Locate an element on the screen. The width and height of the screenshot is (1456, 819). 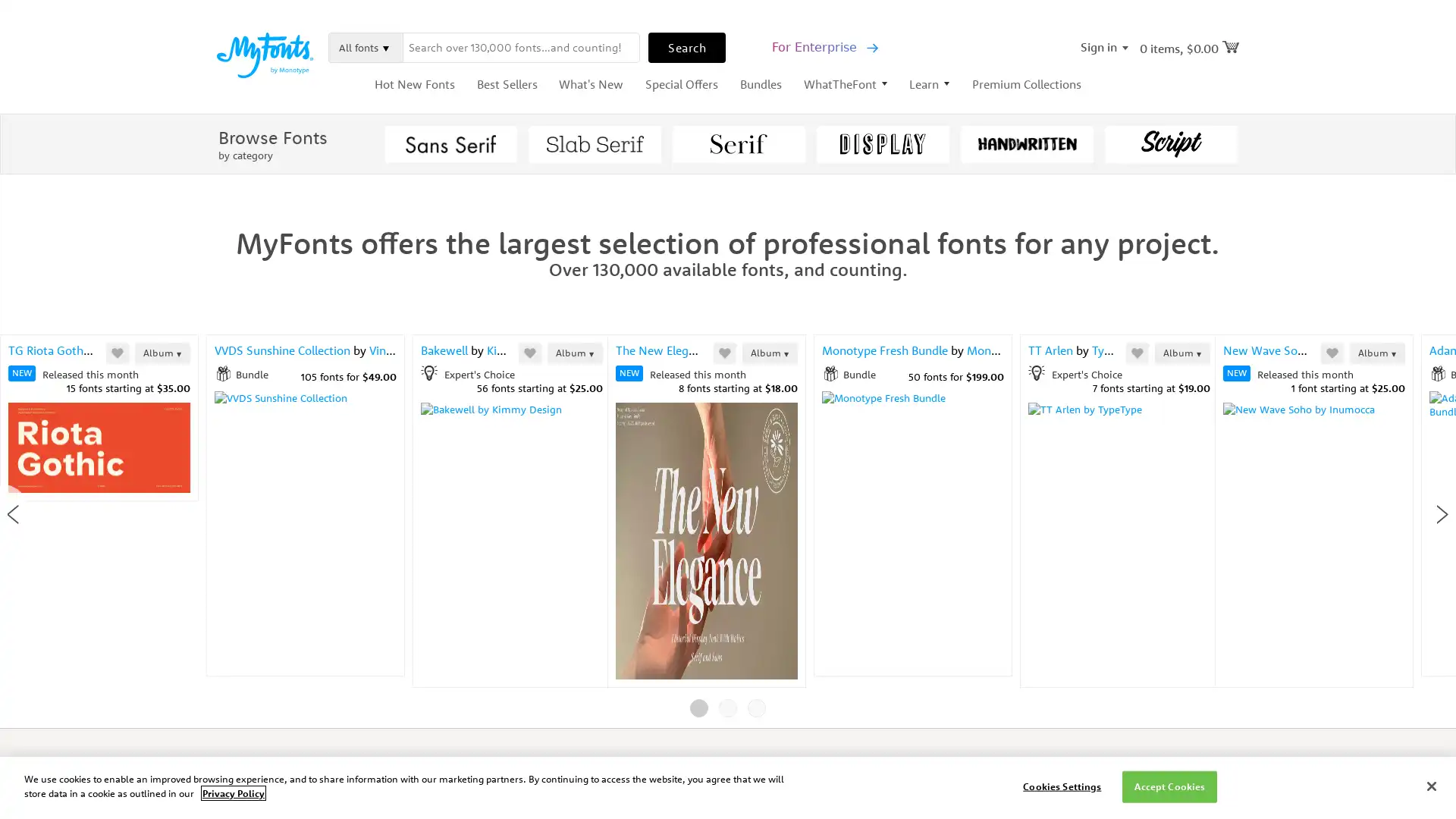
Album is located at coordinates (1417, 353).